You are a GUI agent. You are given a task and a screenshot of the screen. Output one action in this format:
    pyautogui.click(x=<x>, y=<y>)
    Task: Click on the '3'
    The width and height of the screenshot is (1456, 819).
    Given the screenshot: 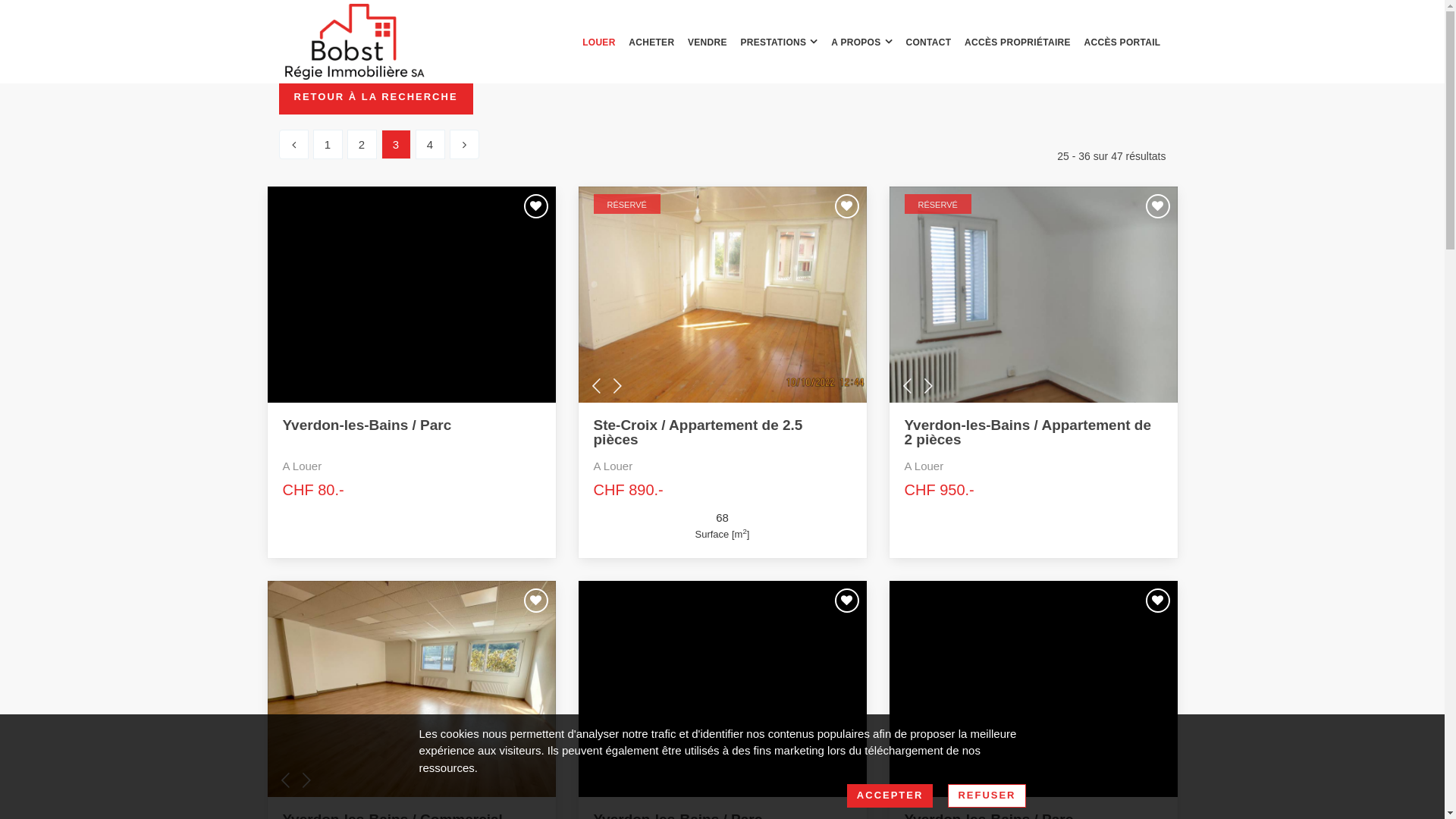 What is the action you would take?
    pyautogui.click(x=395, y=144)
    